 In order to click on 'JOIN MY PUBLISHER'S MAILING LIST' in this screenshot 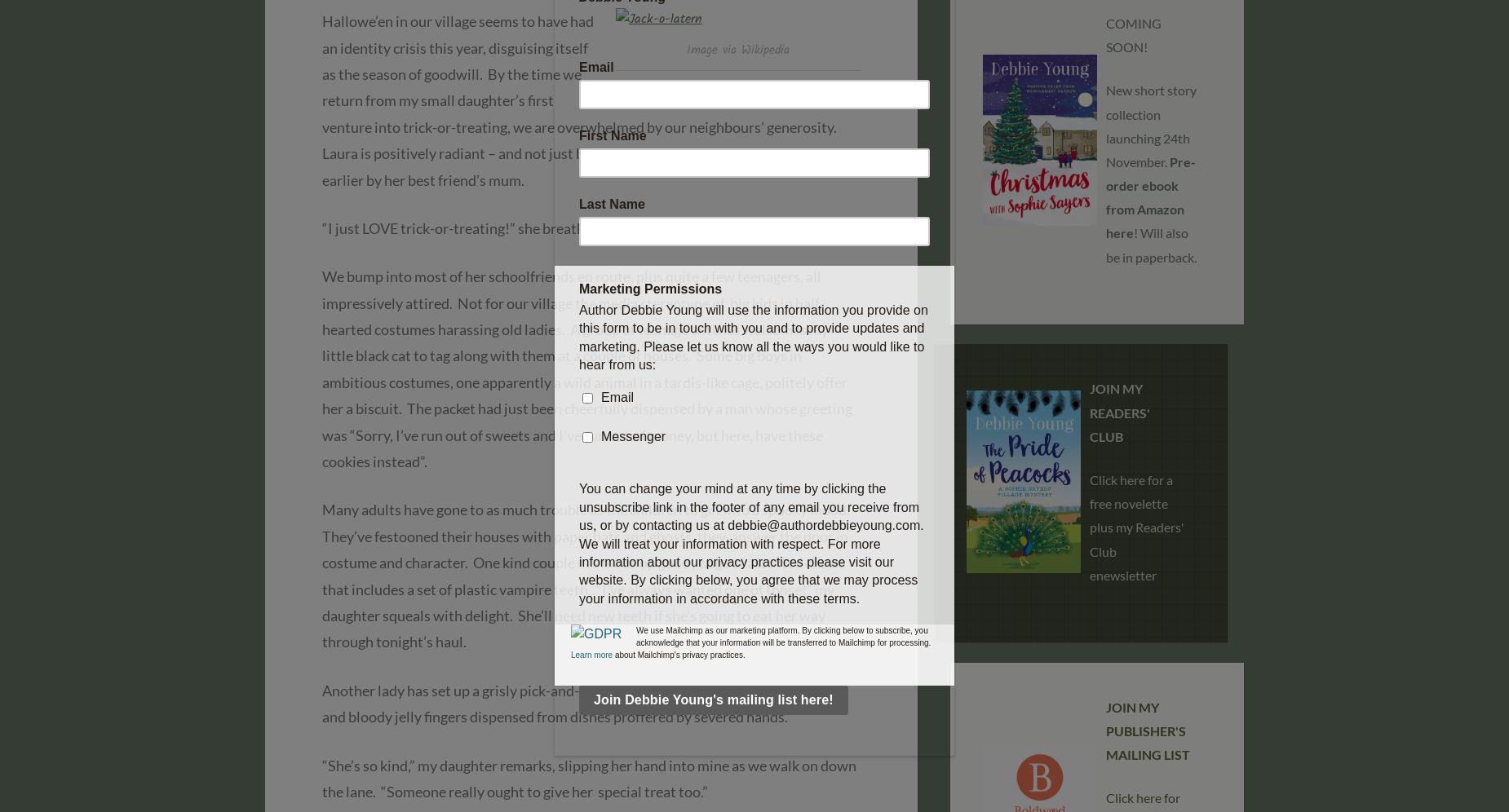, I will do `click(1148, 729)`.